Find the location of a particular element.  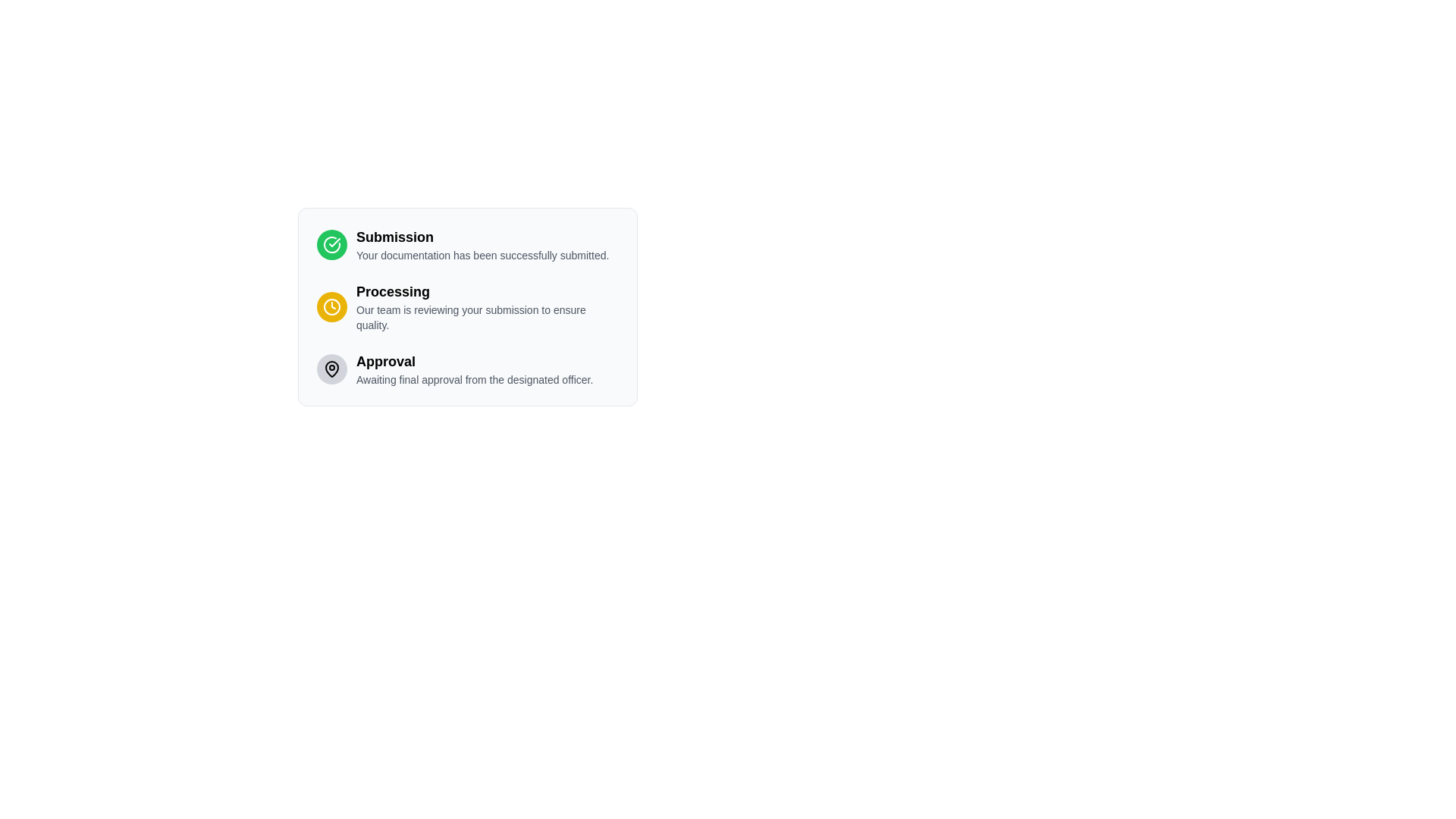

the clock icon with a yellow background located in the 'Processing' step of the card layout is located at coordinates (331, 307).